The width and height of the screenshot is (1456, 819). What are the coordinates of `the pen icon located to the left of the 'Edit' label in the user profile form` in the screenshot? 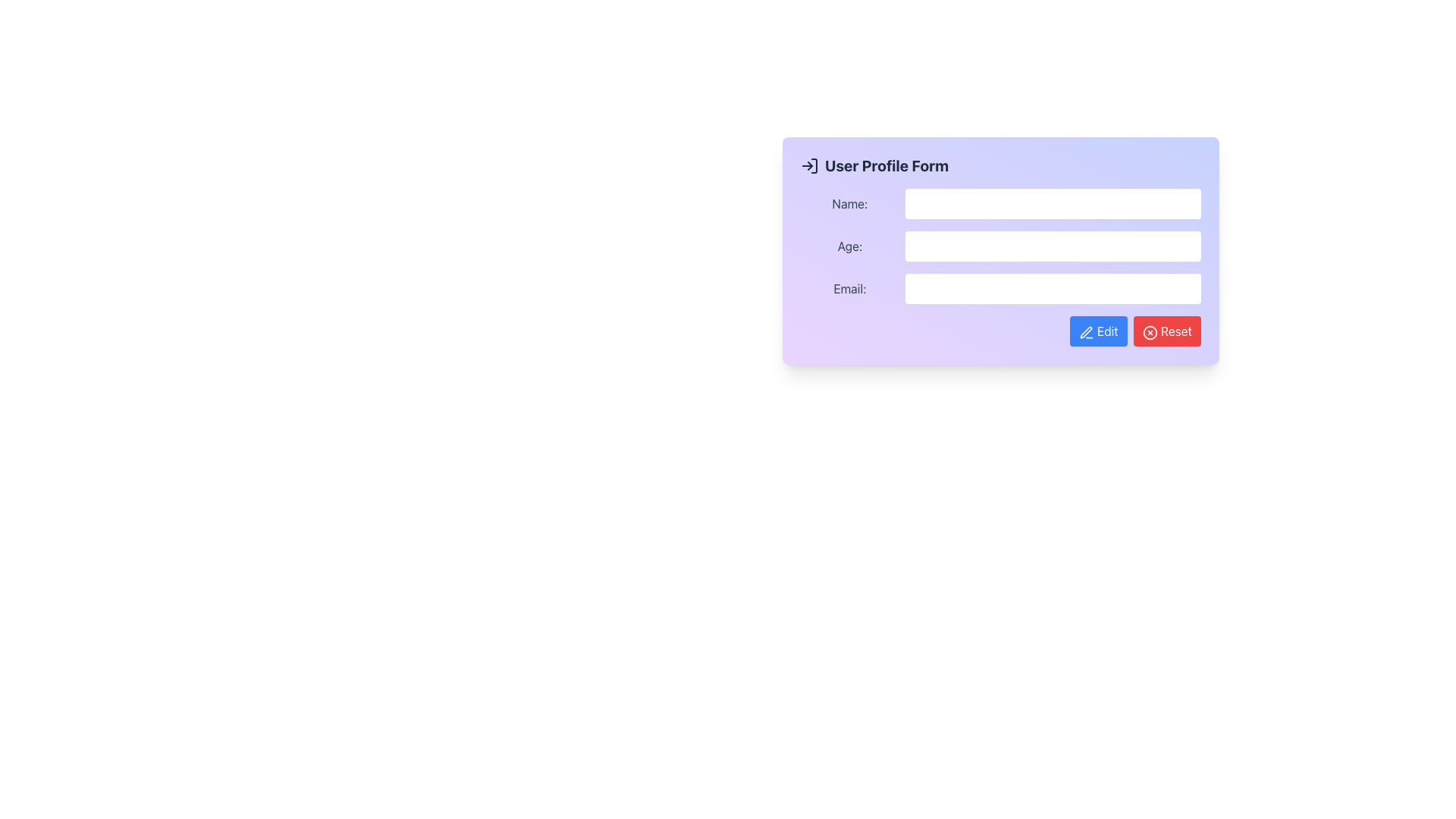 It's located at (1085, 331).